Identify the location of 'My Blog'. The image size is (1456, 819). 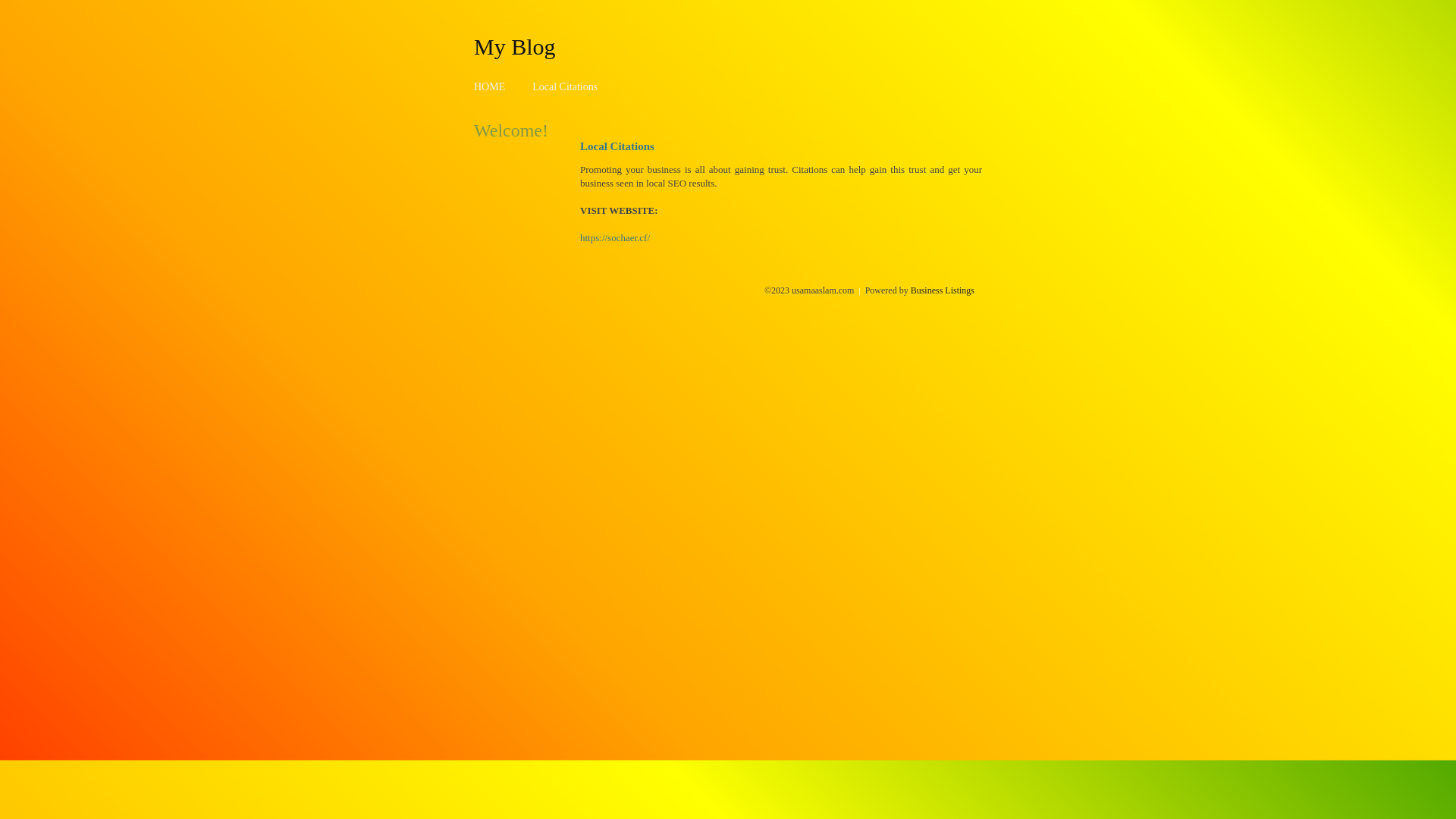
(514, 45).